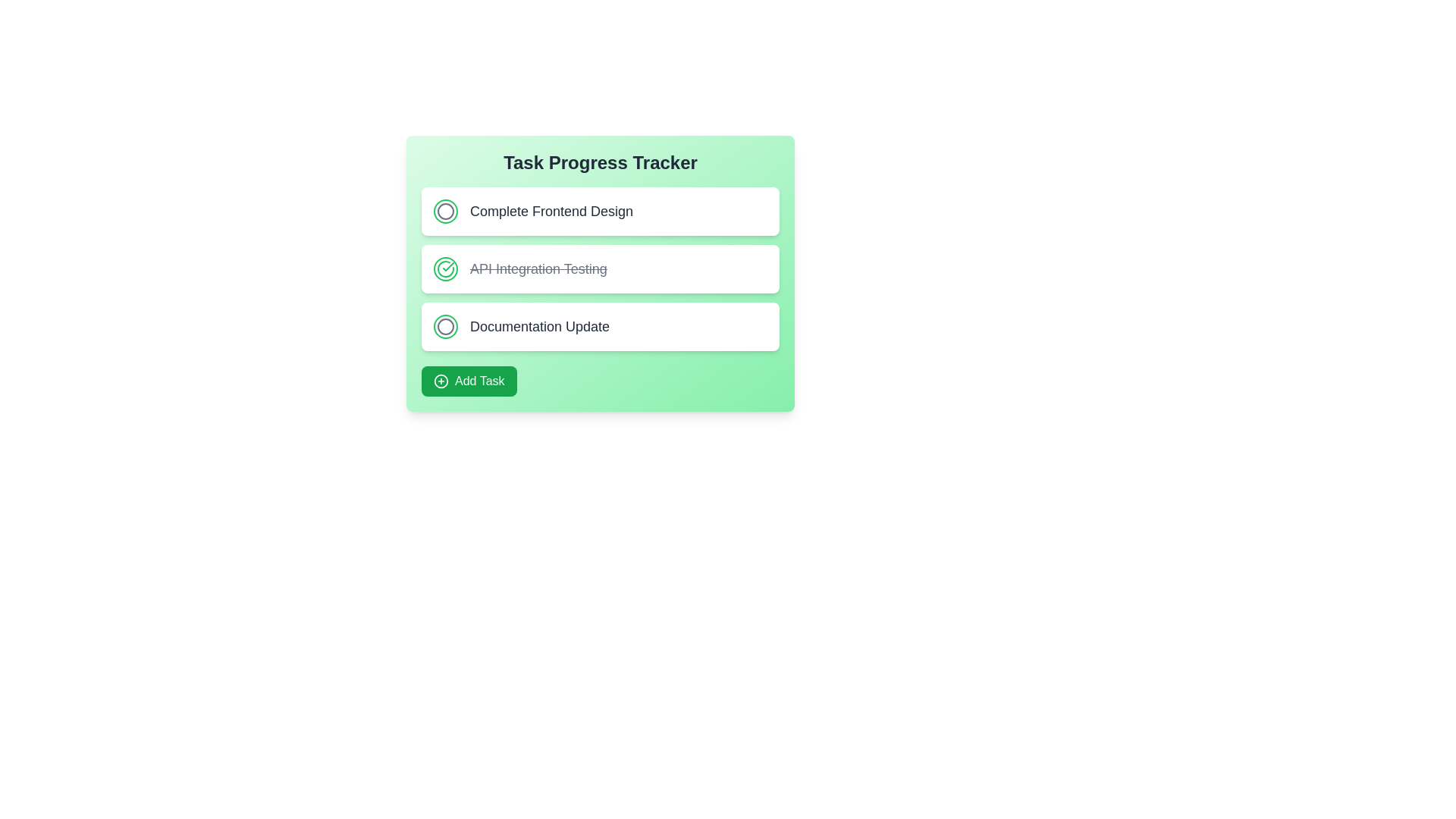  I want to click on the 'Add Task' button to initiate the task addition process, so click(468, 380).